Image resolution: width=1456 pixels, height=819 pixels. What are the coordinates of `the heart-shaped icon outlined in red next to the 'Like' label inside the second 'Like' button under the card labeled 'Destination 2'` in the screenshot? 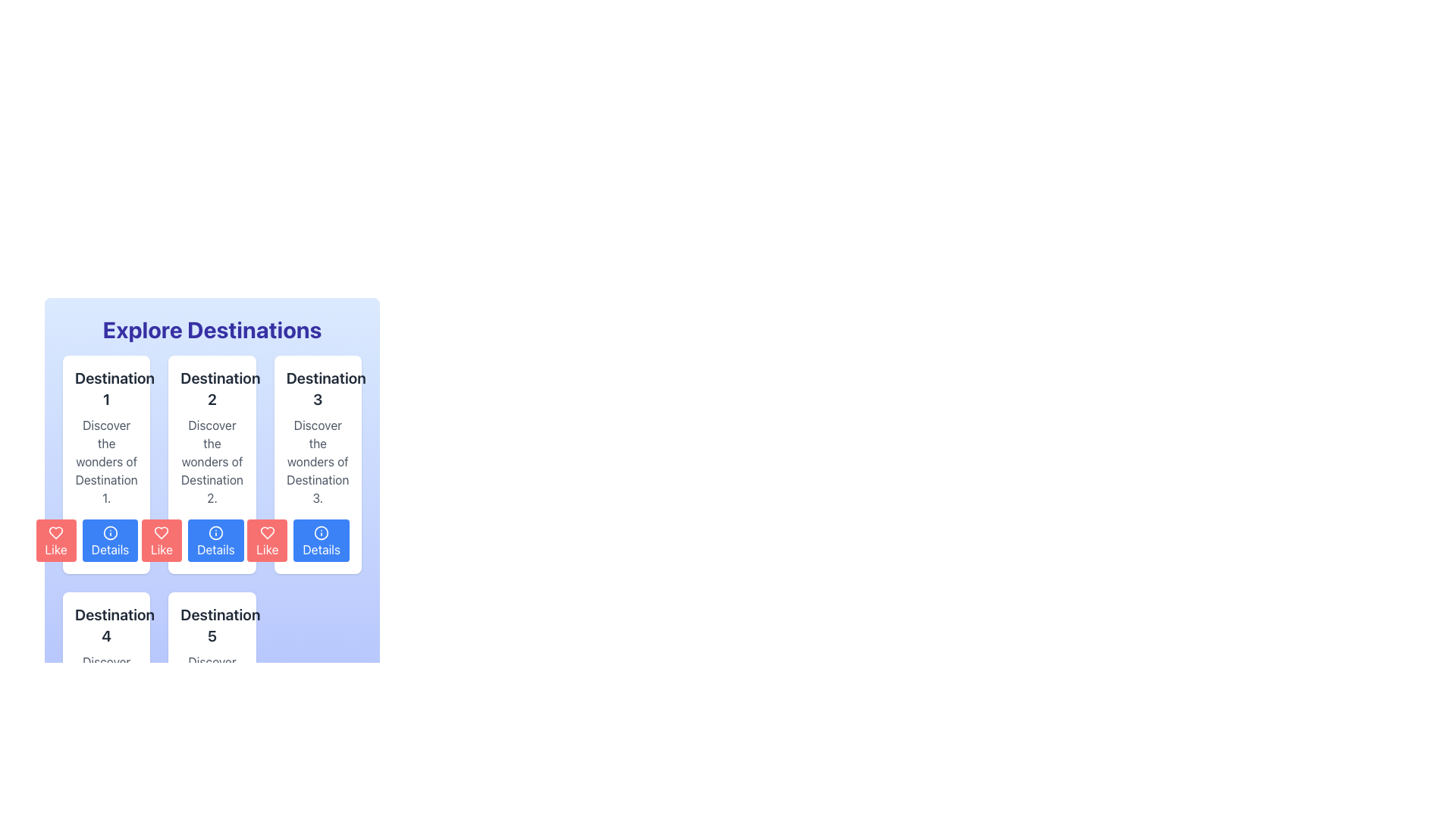 It's located at (162, 532).